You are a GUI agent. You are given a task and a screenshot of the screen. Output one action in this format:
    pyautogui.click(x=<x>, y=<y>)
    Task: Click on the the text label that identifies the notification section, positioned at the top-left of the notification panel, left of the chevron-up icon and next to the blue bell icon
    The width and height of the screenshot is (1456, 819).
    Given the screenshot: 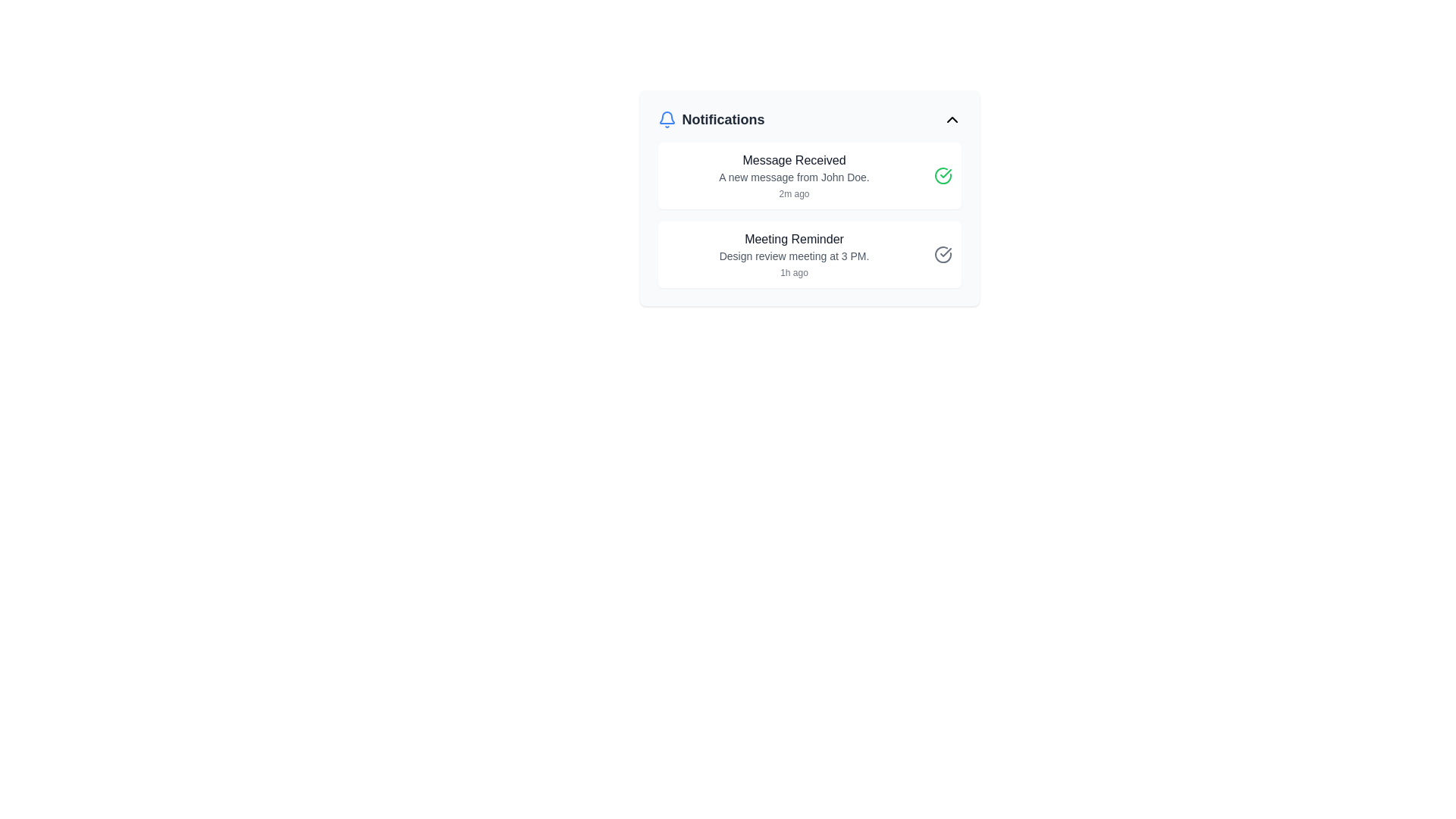 What is the action you would take?
    pyautogui.click(x=710, y=119)
    